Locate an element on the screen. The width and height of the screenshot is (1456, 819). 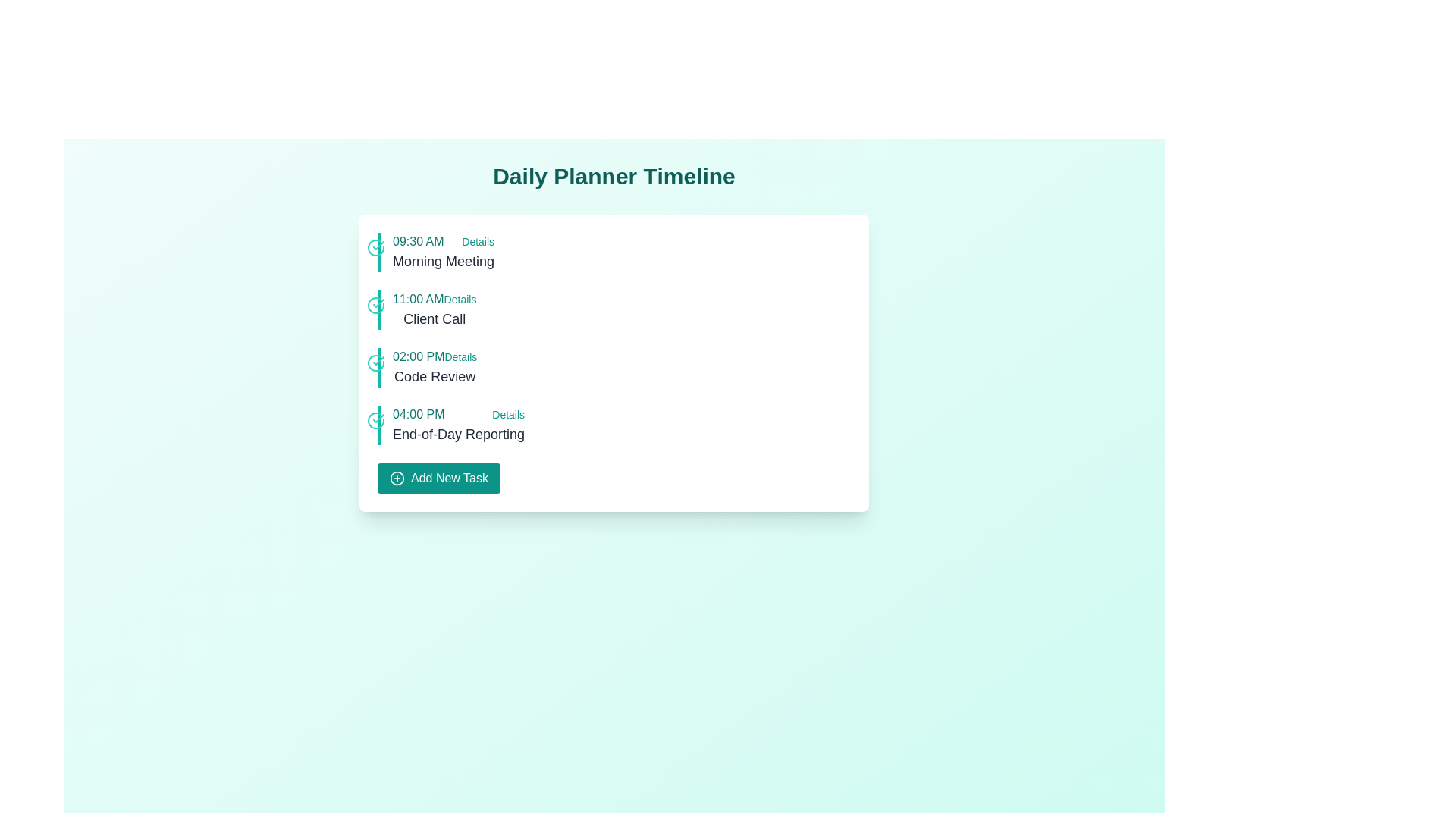
the Text label displaying 'Client Call', which is positioned below the '11:00 AM Details' and above the '02:00 PM' entry in the timeline interface is located at coordinates (434, 318).